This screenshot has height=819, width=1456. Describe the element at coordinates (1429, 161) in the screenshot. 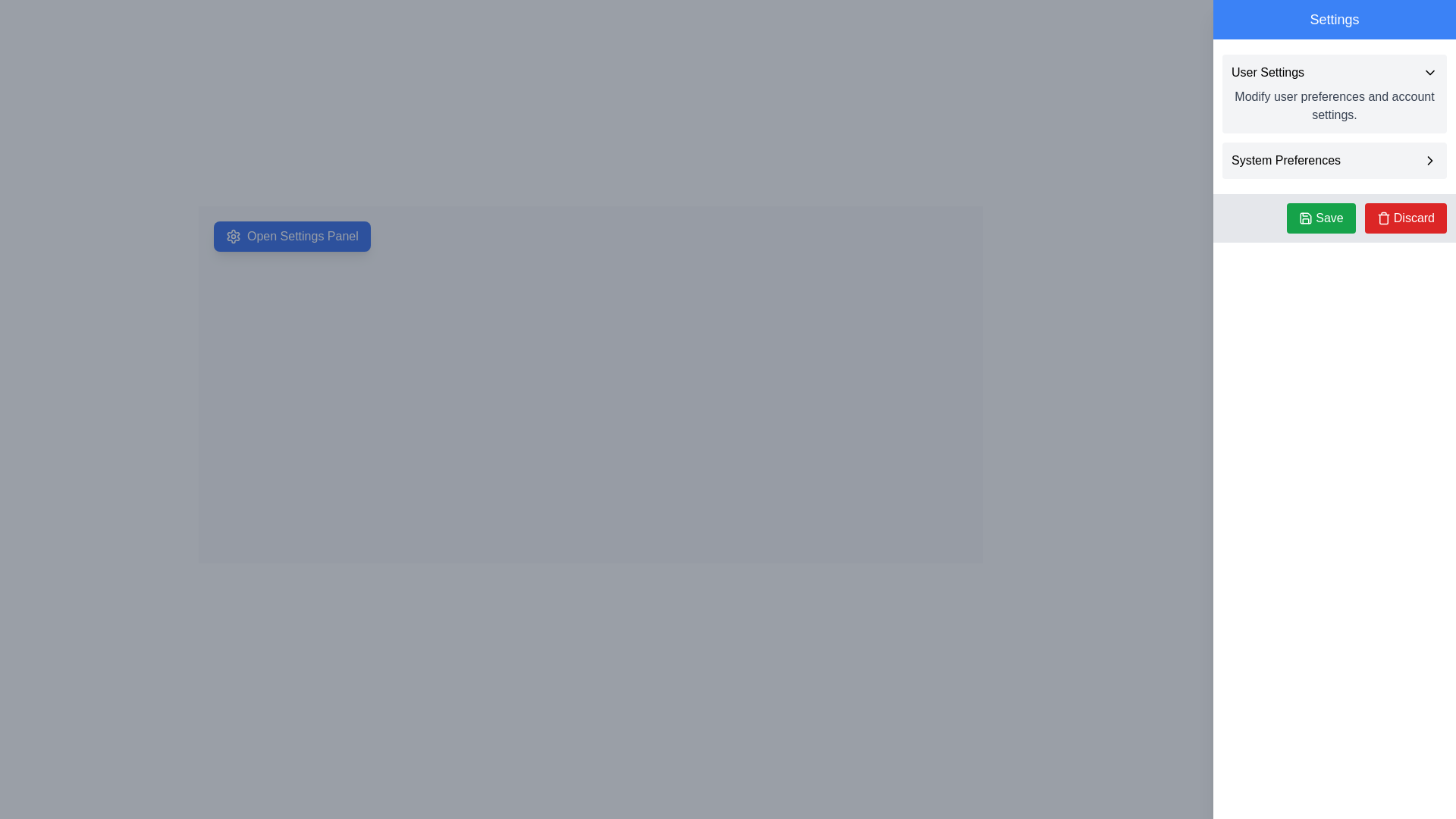

I see `the right-pointing chevron icon in the 'System Preferences' section of the 'Settings' panel` at that location.